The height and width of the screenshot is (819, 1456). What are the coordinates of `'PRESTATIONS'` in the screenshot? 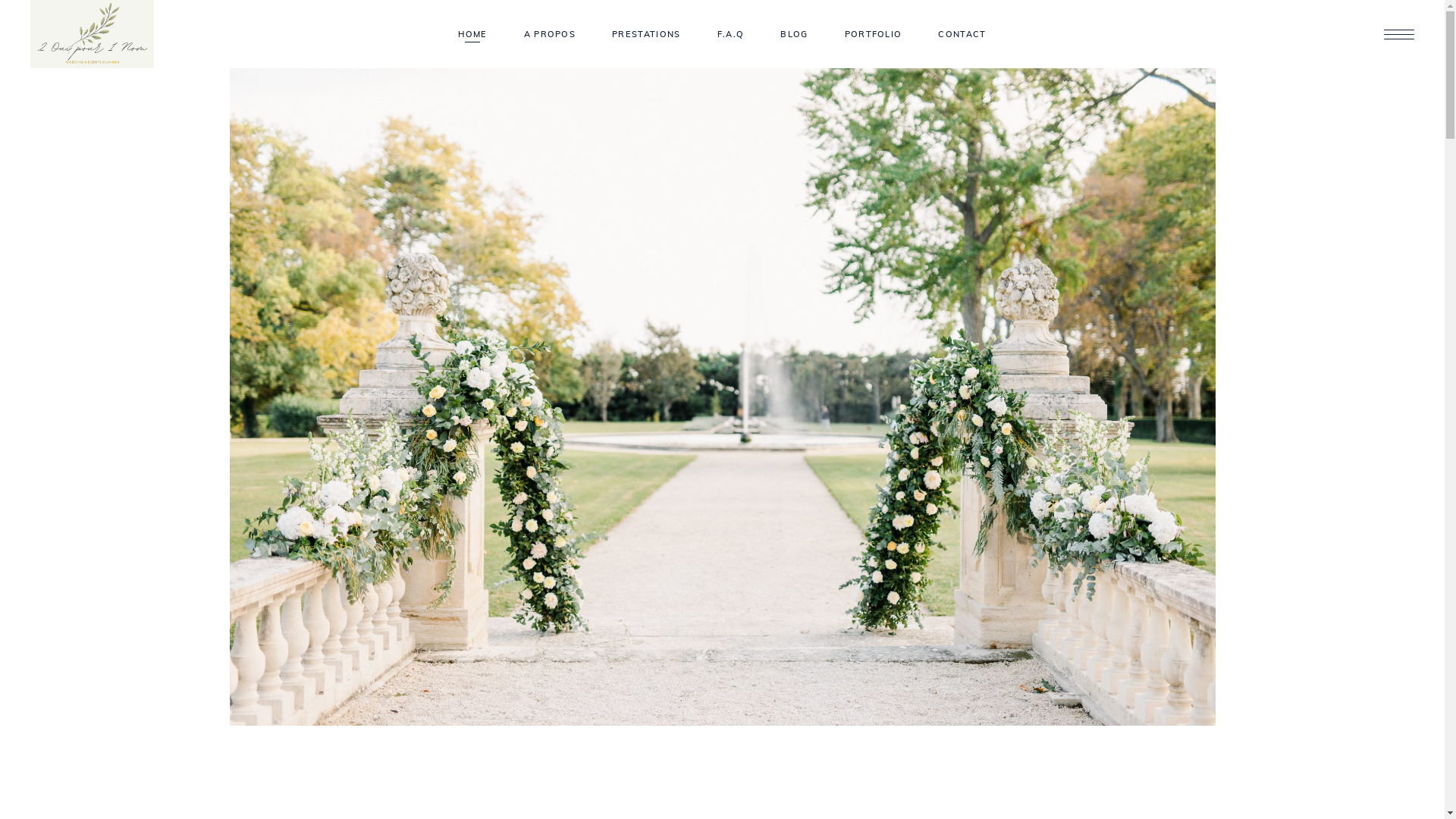 It's located at (646, 34).